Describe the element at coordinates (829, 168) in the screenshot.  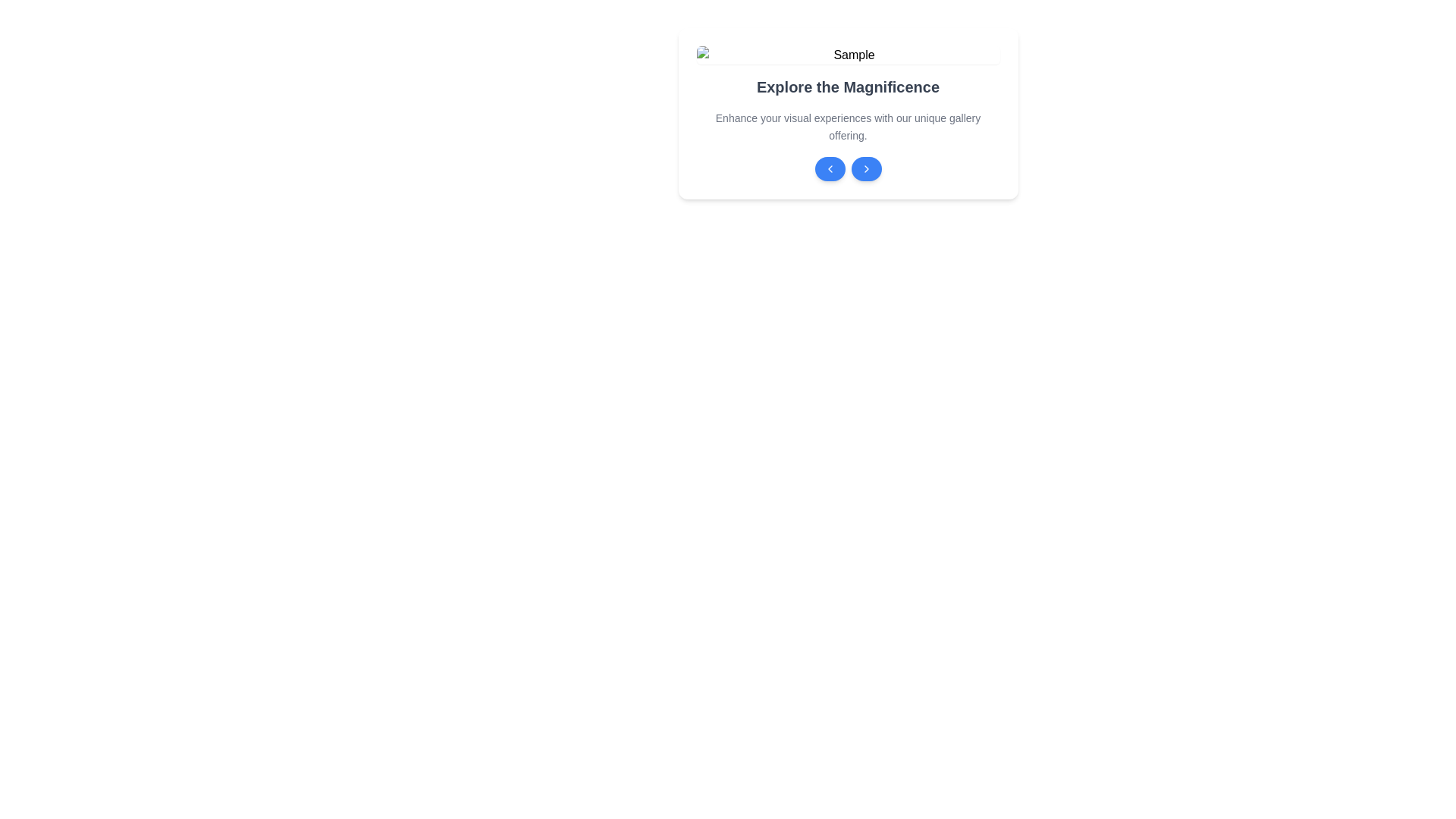
I see `the first button in the horizontal series located at the bottom center of the card interface` at that location.